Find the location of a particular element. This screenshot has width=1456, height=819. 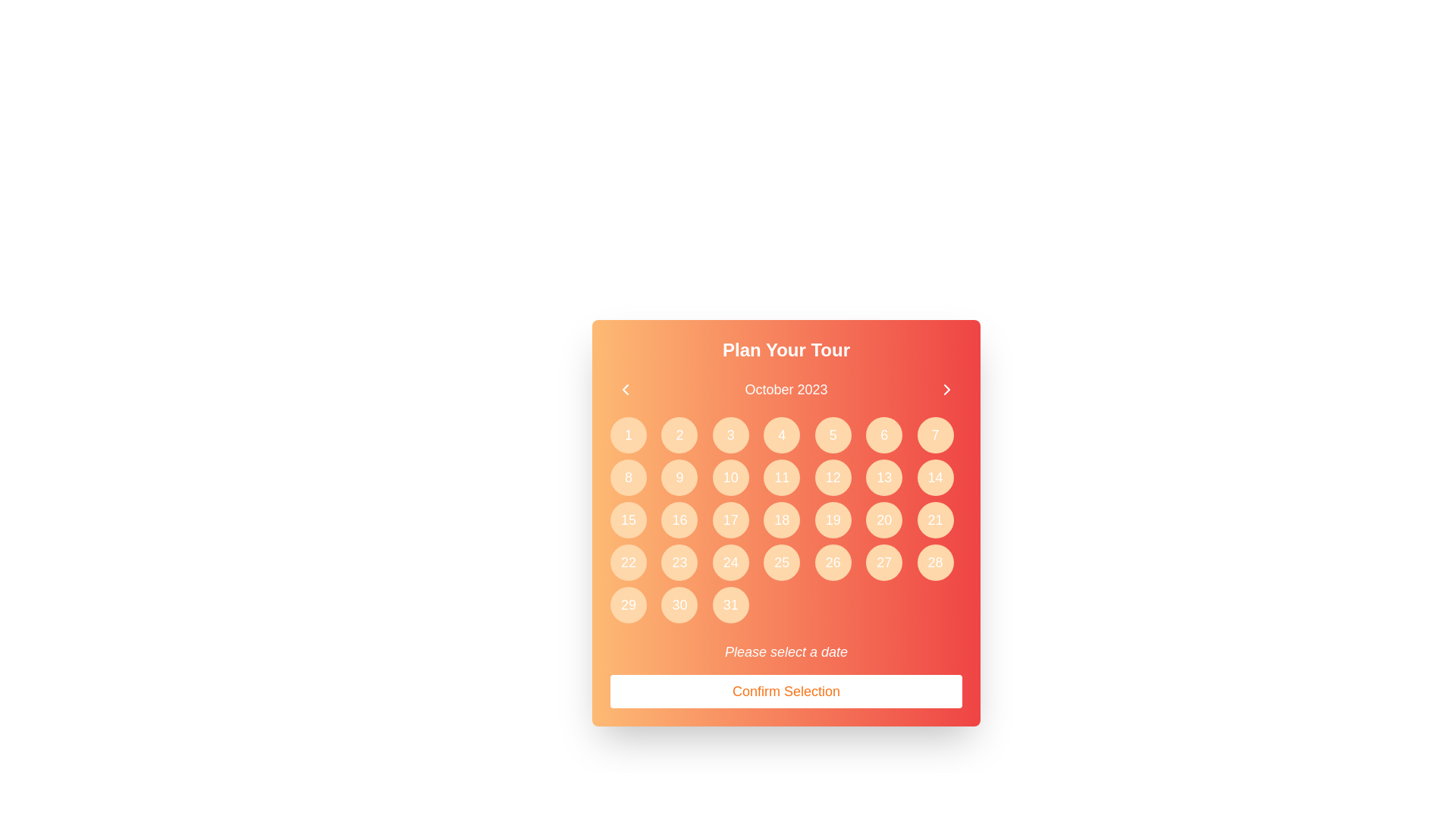

the rounded button with a light orange background containing the number '29' in white bold text is located at coordinates (629, 604).